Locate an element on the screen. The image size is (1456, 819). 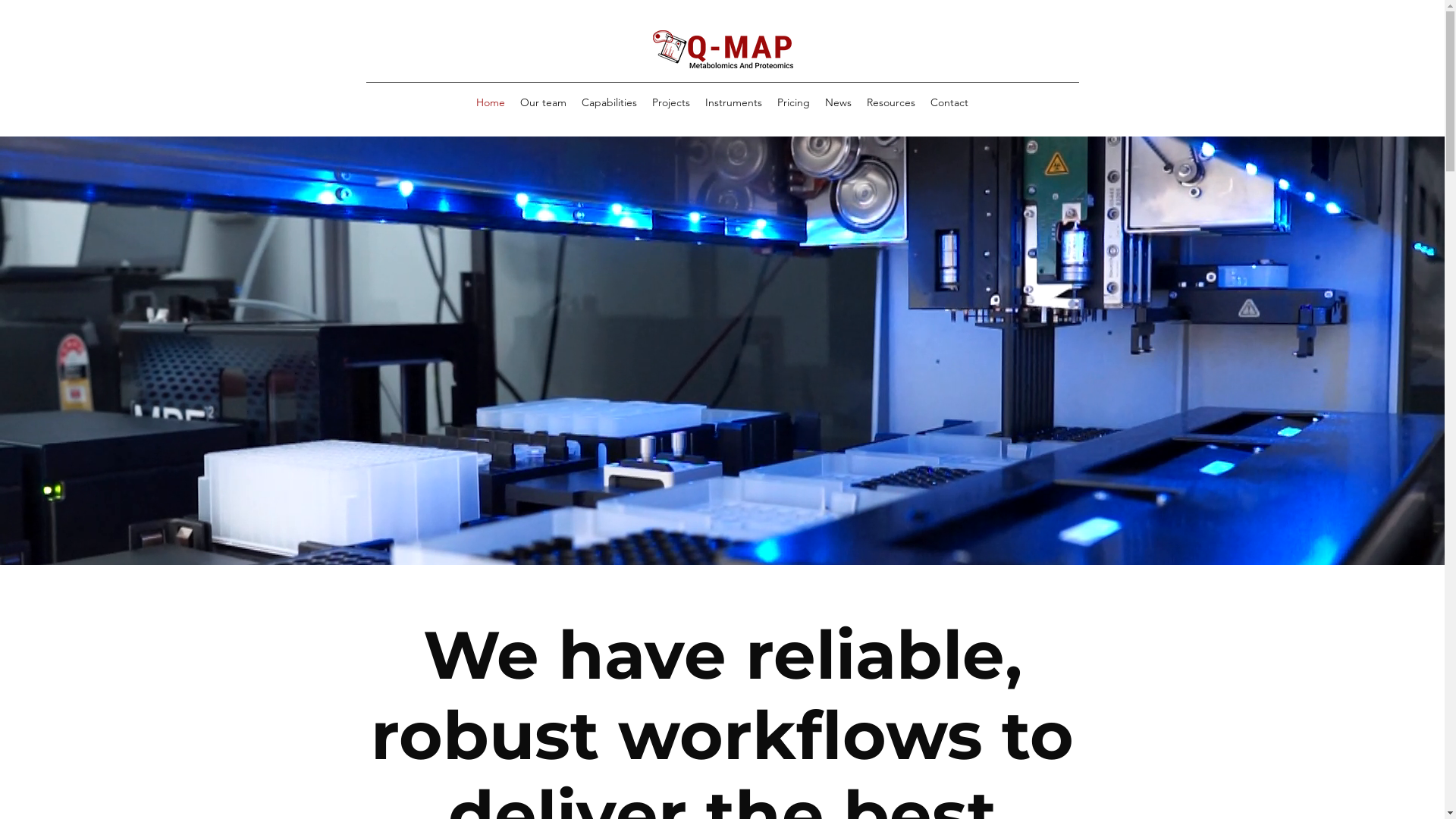
'Capabilities' is located at coordinates (609, 102).